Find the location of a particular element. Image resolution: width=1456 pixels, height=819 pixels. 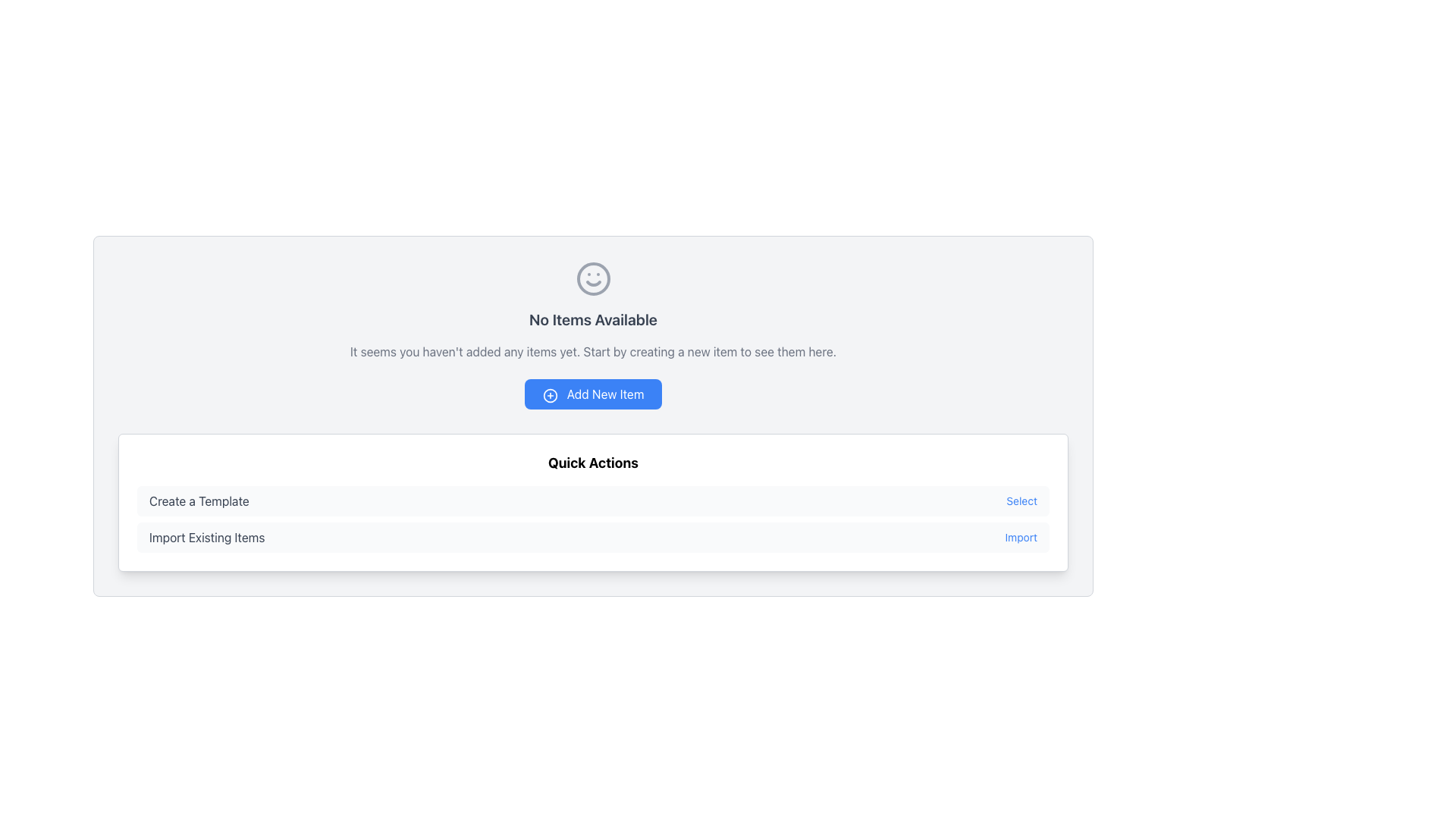

the button located below the headline 'No Items Available' and above the 'Quick Actions' section to initiate item creation is located at coordinates (592, 394).